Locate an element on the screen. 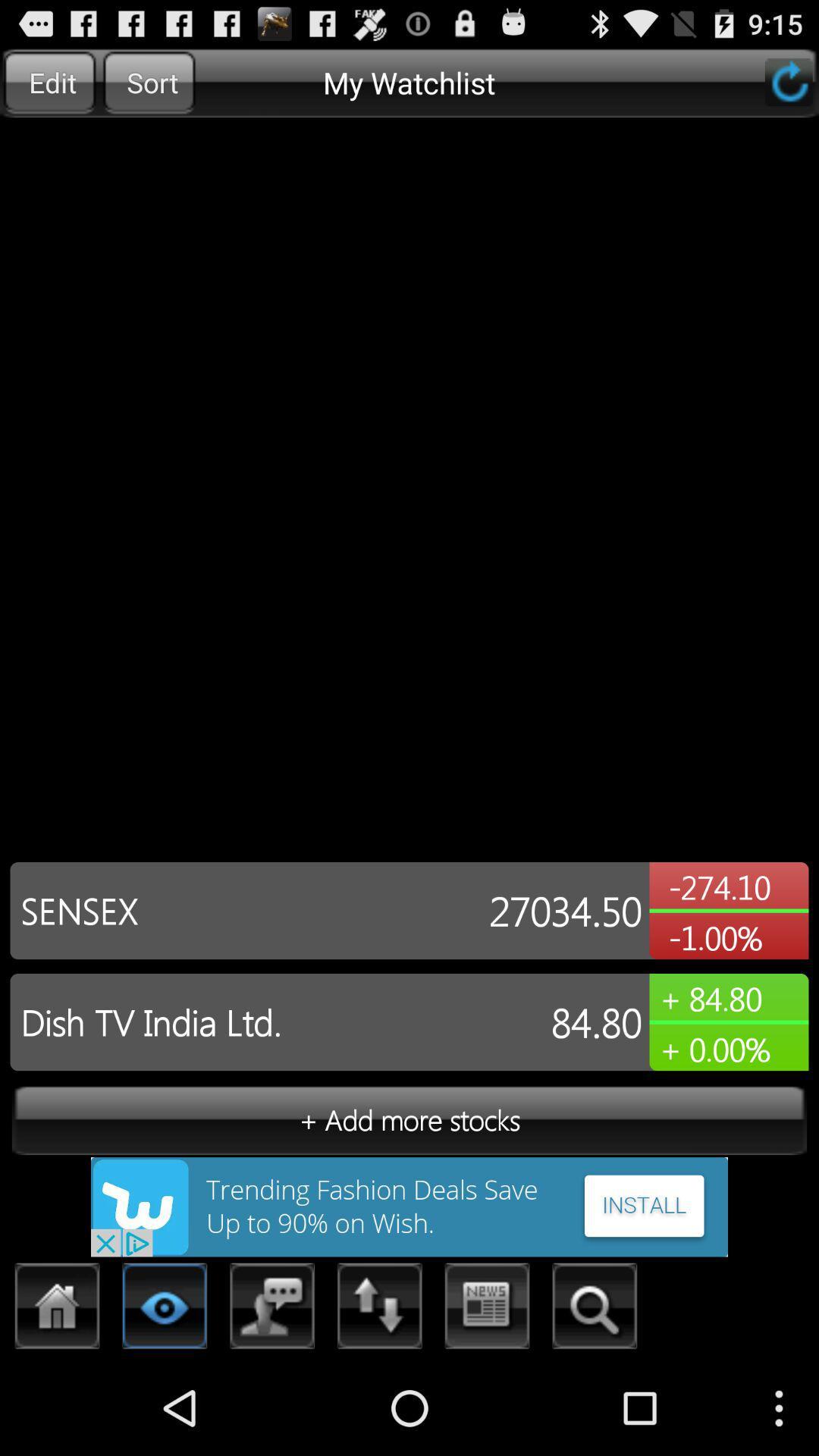 The width and height of the screenshot is (819, 1456). reload updated is located at coordinates (788, 81).